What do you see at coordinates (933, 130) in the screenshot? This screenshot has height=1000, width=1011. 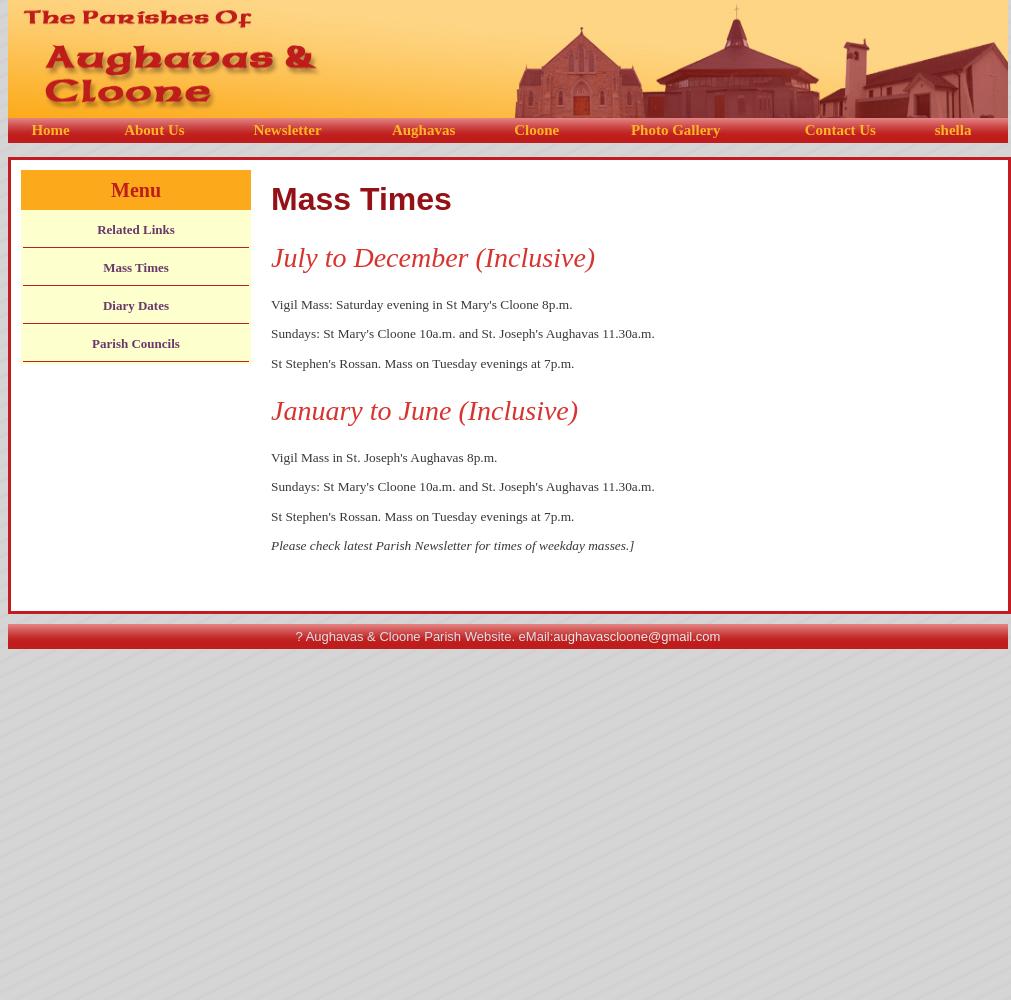 I see `'shella'` at bounding box center [933, 130].